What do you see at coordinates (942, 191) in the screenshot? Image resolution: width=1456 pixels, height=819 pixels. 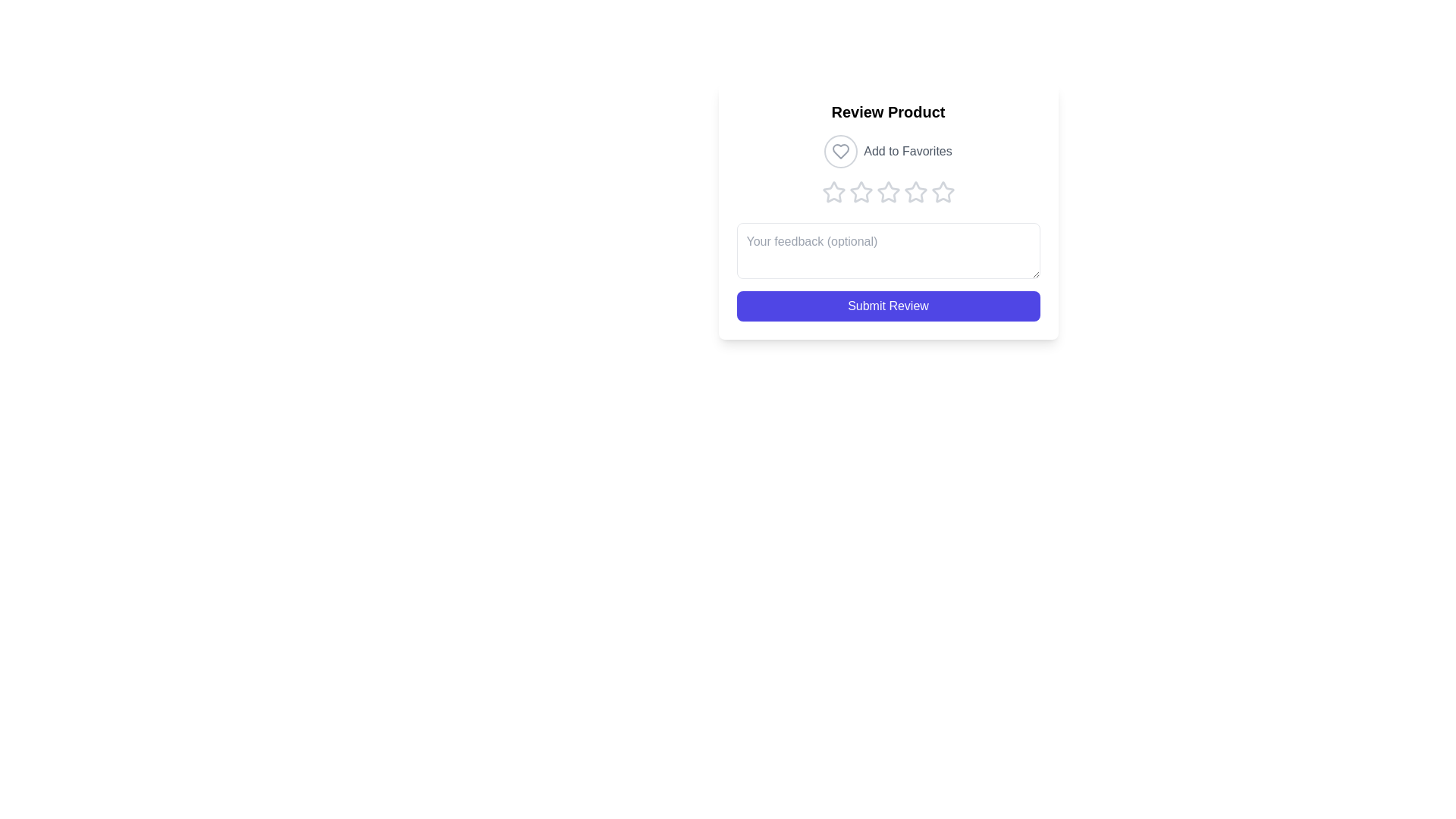 I see `the fifth star rating icon` at bounding box center [942, 191].